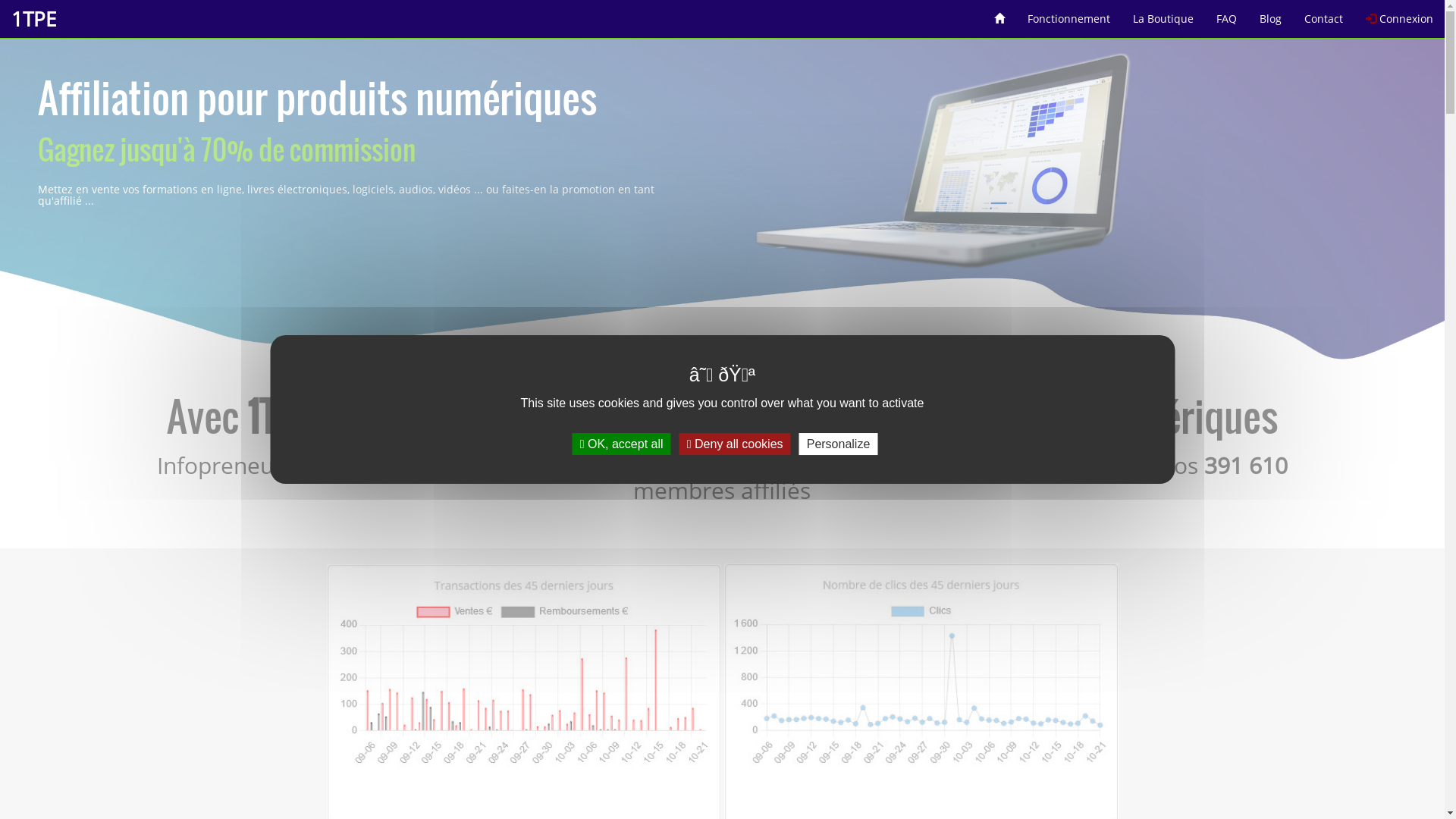  What do you see at coordinates (1068, 13) in the screenshot?
I see `'Fonctionnement'` at bounding box center [1068, 13].